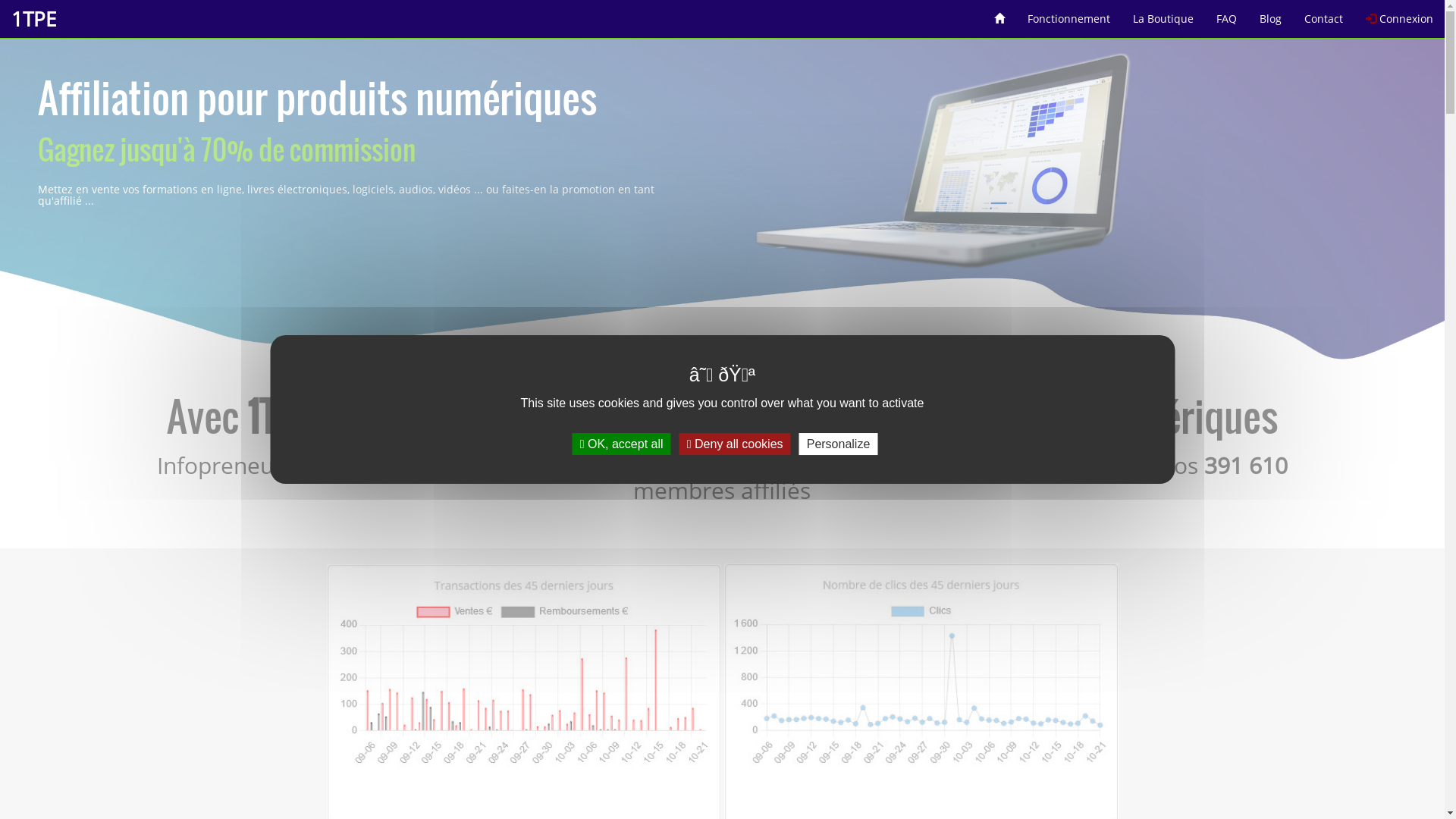  What do you see at coordinates (1068, 13) in the screenshot?
I see `'Fonctionnement'` at bounding box center [1068, 13].